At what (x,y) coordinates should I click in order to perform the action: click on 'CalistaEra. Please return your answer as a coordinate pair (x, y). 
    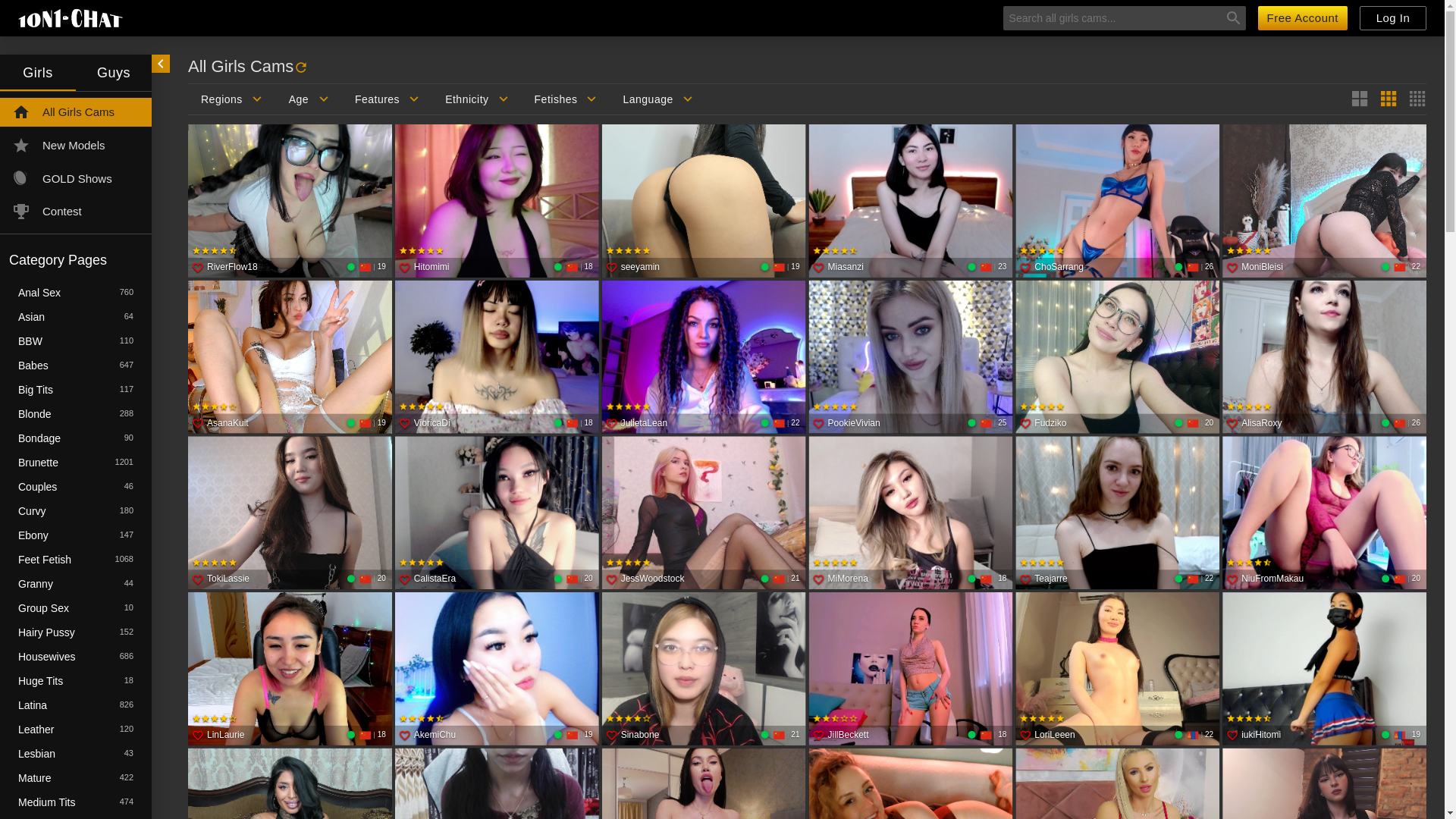
    Looking at the image, I should click on (497, 513).